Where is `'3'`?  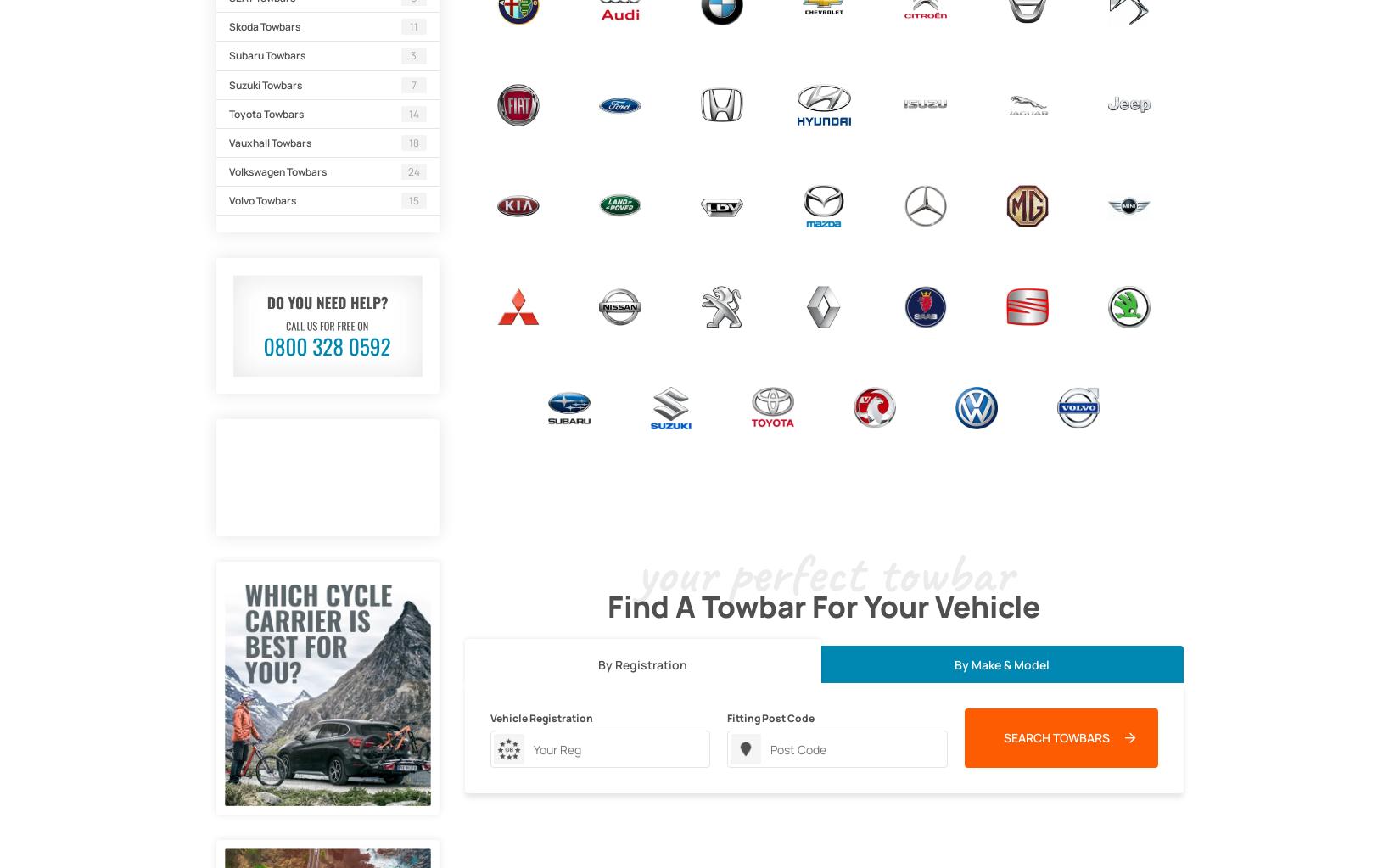 '3' is located at coordinates (409, 54).